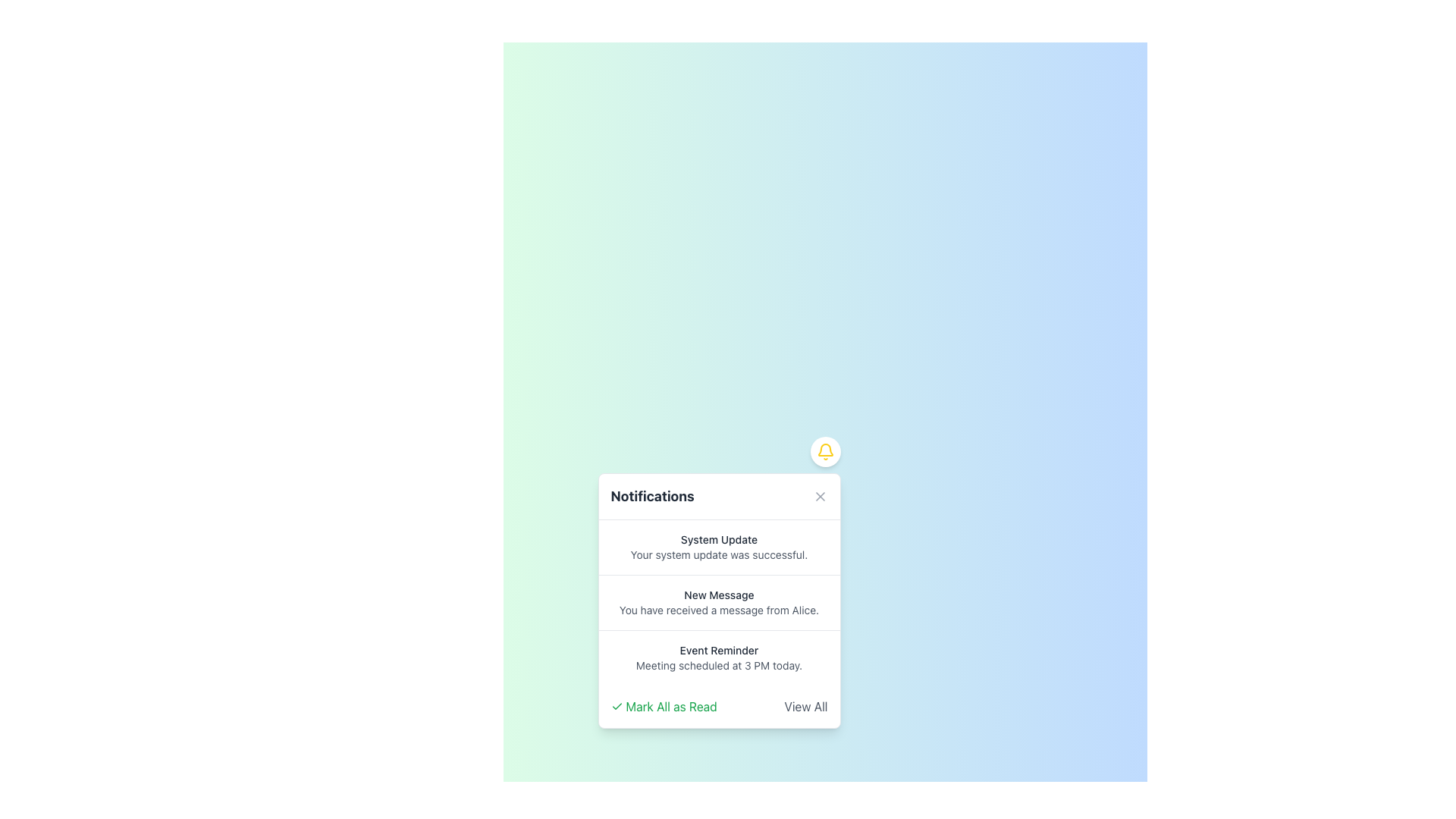  I want to click on the 'Event Reminder' text label in the Notifications section, which displays in dark gray against a light background and is vertically centered under the subtitle 'Meeting scheduled at 3 PM today.', so click(718, 649).